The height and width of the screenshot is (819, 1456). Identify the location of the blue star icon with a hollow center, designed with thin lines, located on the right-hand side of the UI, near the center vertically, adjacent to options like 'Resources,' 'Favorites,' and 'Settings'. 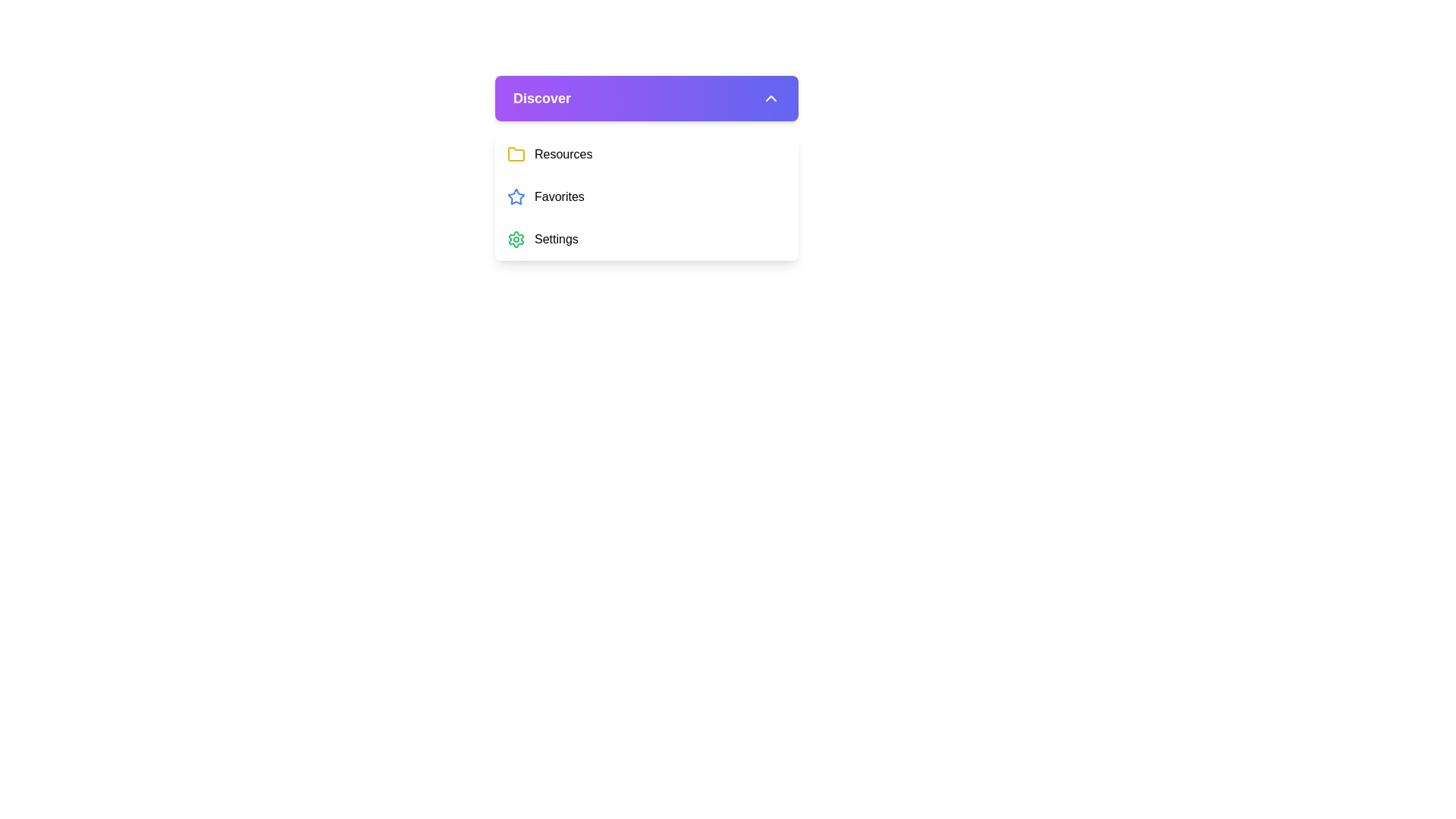
(516, 196).